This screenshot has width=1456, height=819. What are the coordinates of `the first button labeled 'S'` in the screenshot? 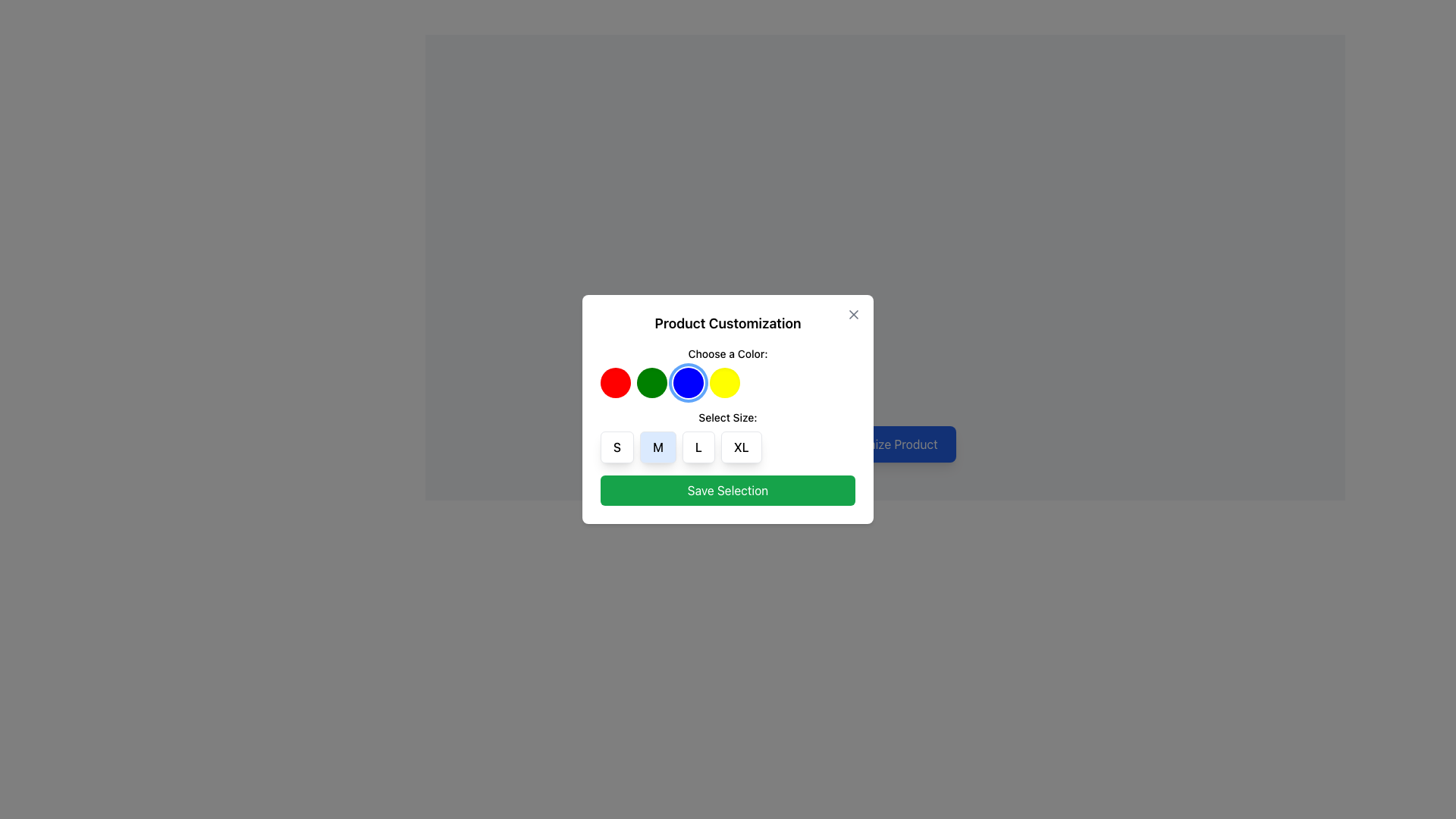 It's located at (617, 447).